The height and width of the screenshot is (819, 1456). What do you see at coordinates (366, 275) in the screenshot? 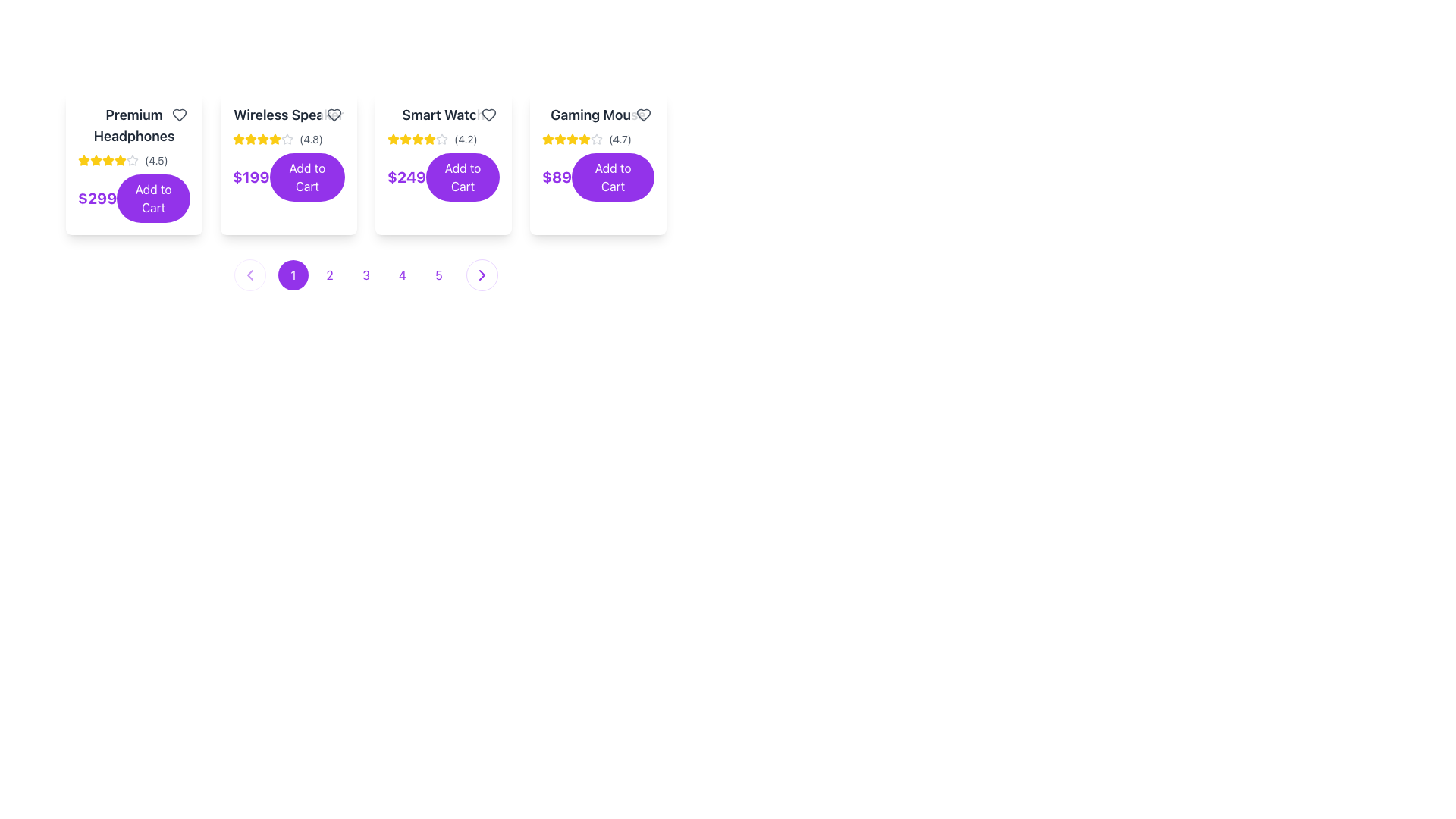
I see `the circular button labeled '3'` at bounding box center [366, 275].